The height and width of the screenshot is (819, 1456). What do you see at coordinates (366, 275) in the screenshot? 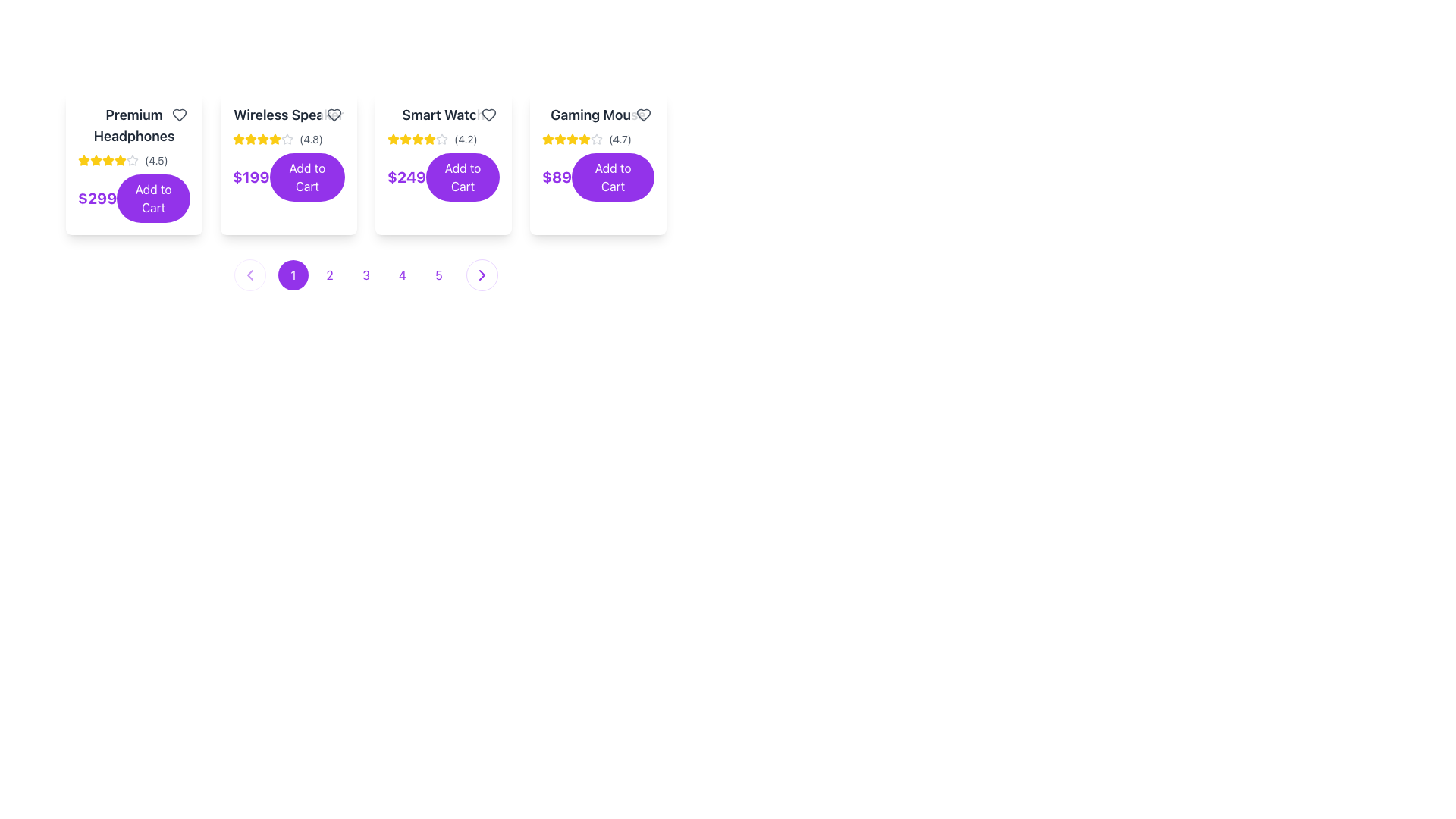
I see `the circular button labeled '3'` at bounding box center [366, 275].